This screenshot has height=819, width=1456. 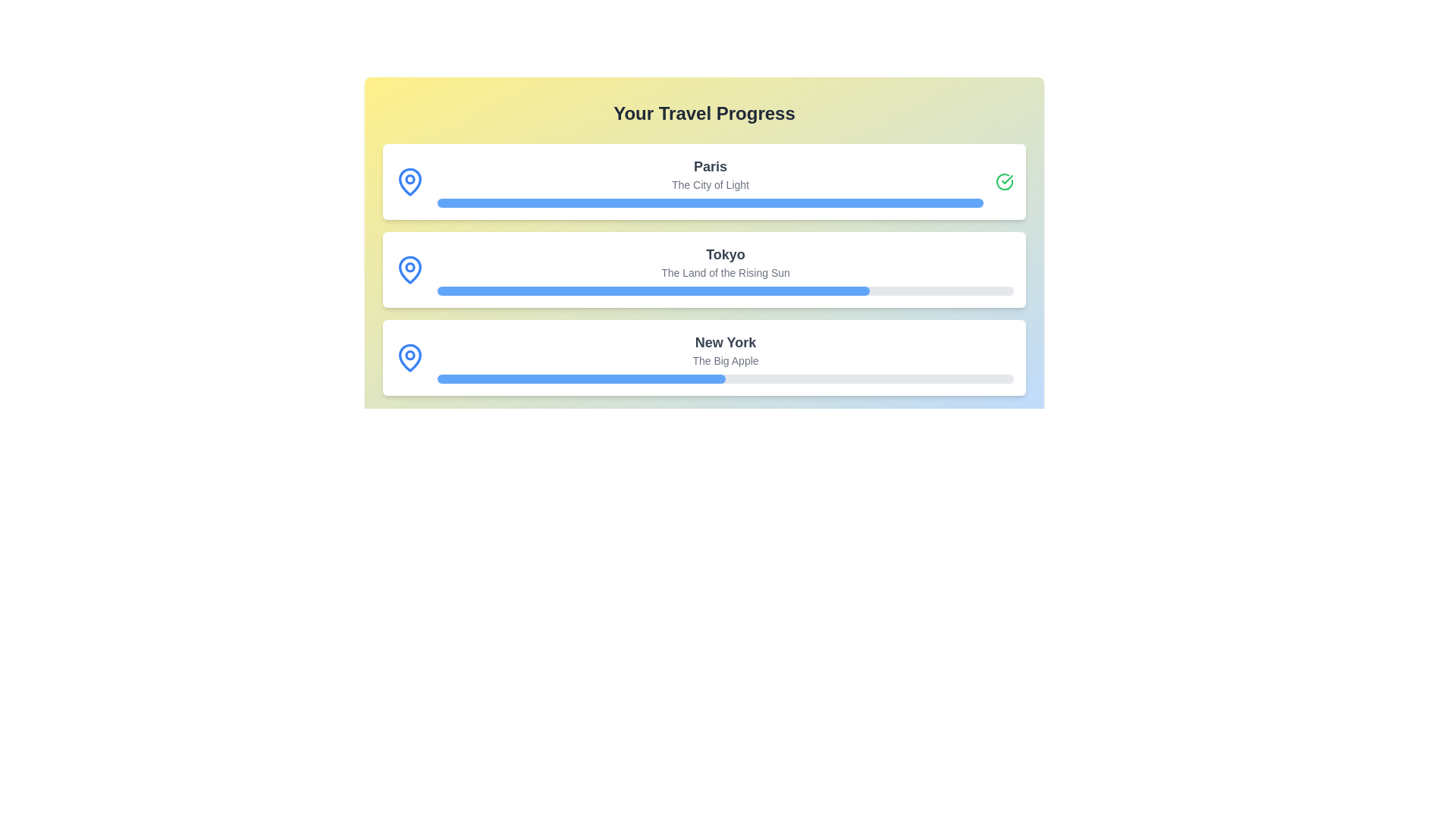 What do you see at coordinates (724, 342) in the screenshot?
I see `and interpret the text label displaying the title 'New York', which acts as a header in the third section of the vertically stacked list` at bounding box center [724, 342].